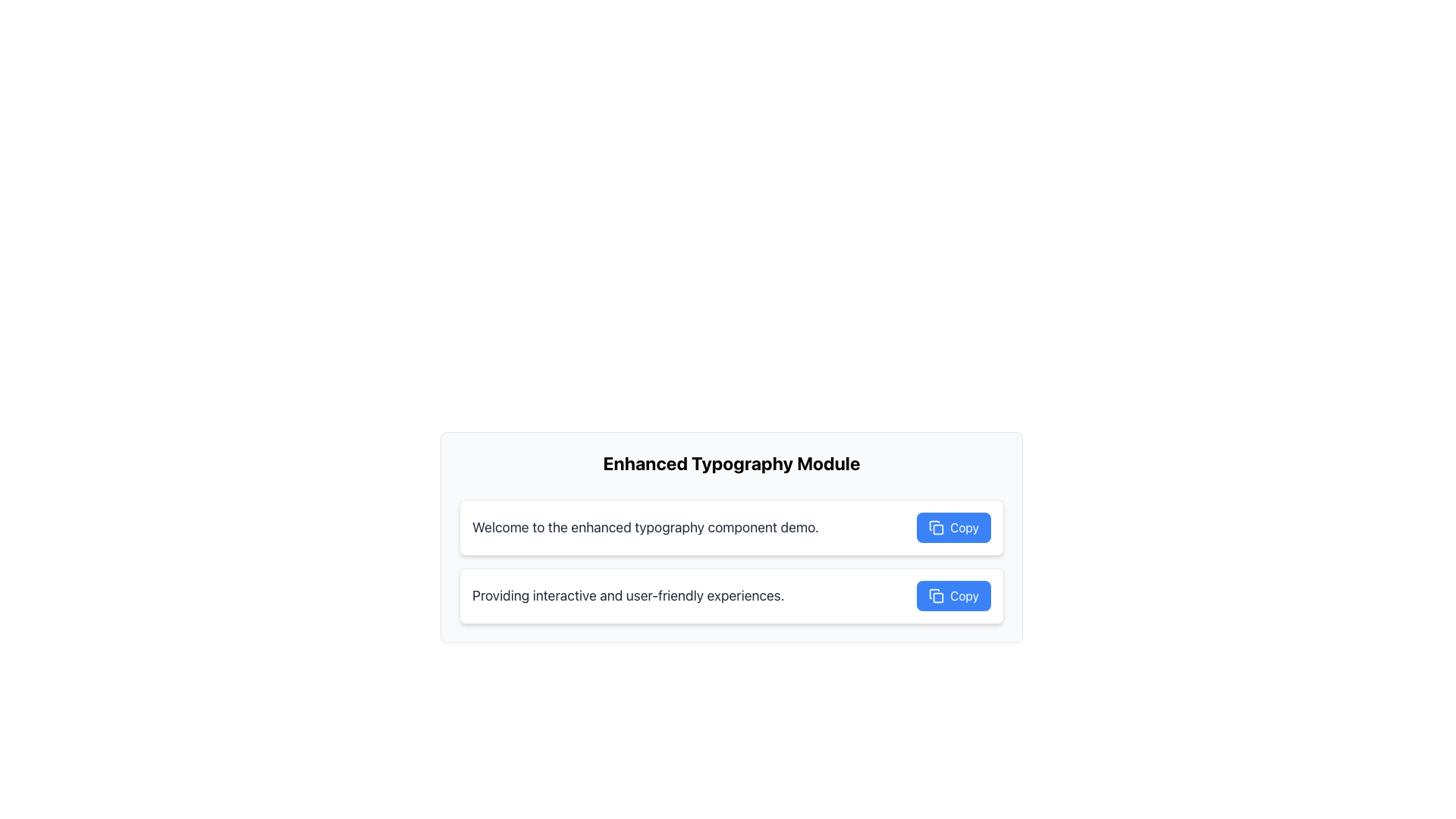 The height and width of the screenshot is (819, 1456). What do you see at coordinates (953, 526) in the screenshot?
I see `the copy button located in the top-right section of the typography module` at bounding box center [953, 526].